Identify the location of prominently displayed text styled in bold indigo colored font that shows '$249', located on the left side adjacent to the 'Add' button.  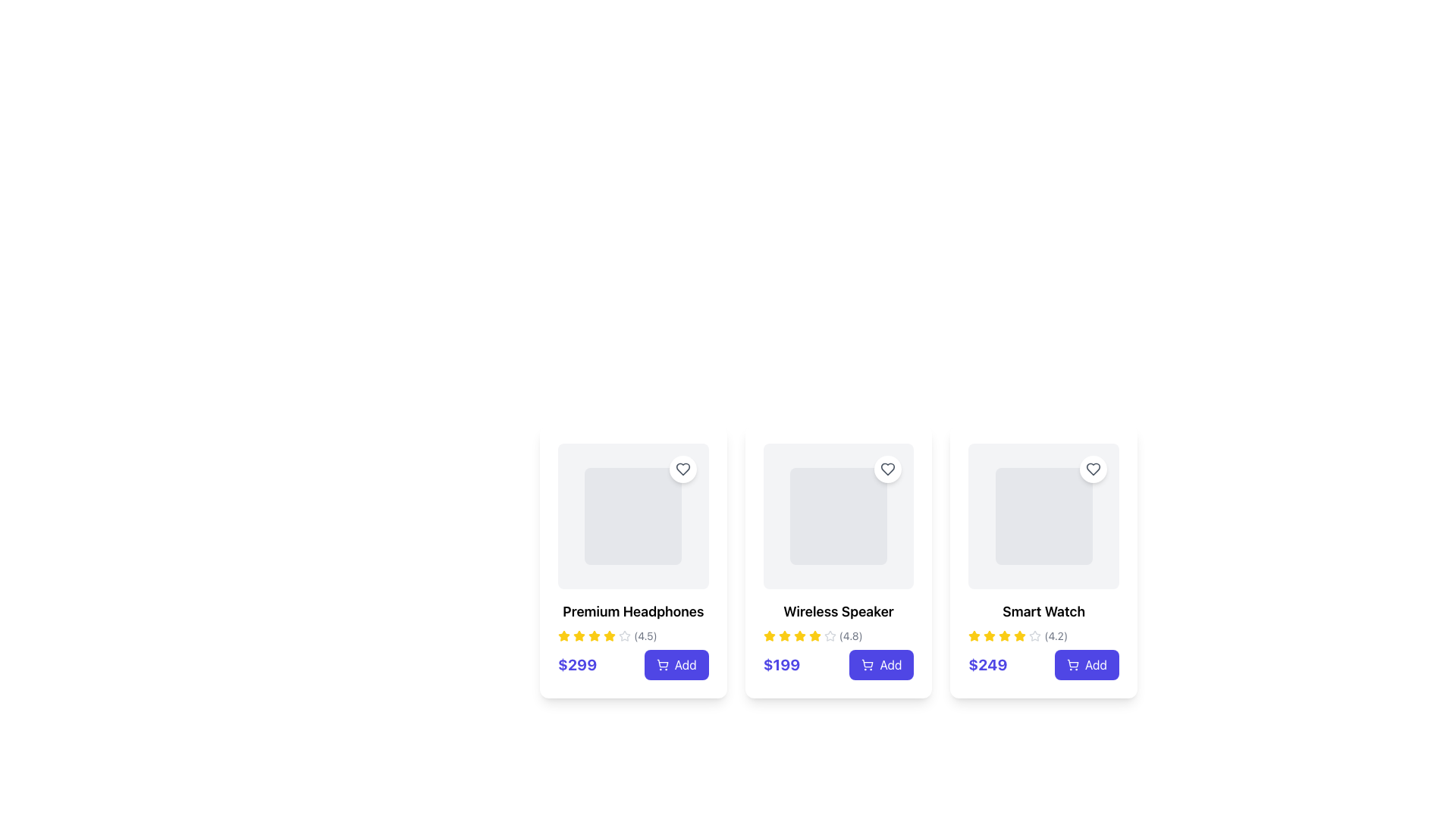
(987, 664).